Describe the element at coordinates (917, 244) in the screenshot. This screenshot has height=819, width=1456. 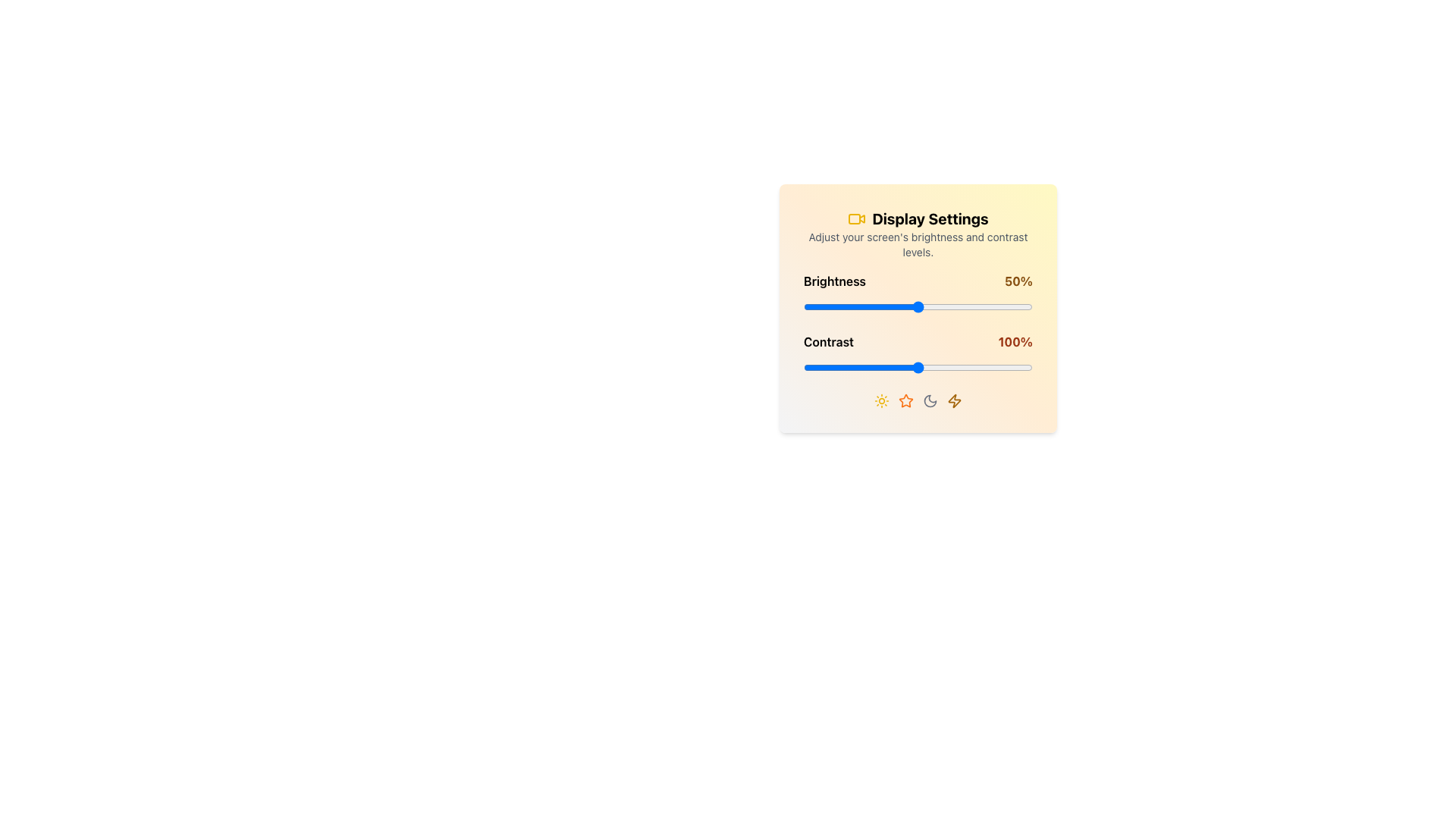
I see `the Static Text Label that provides supplementary instructions about adjusting brightness and contrast, located under 'Display Settings' and above the sliders` at that location.